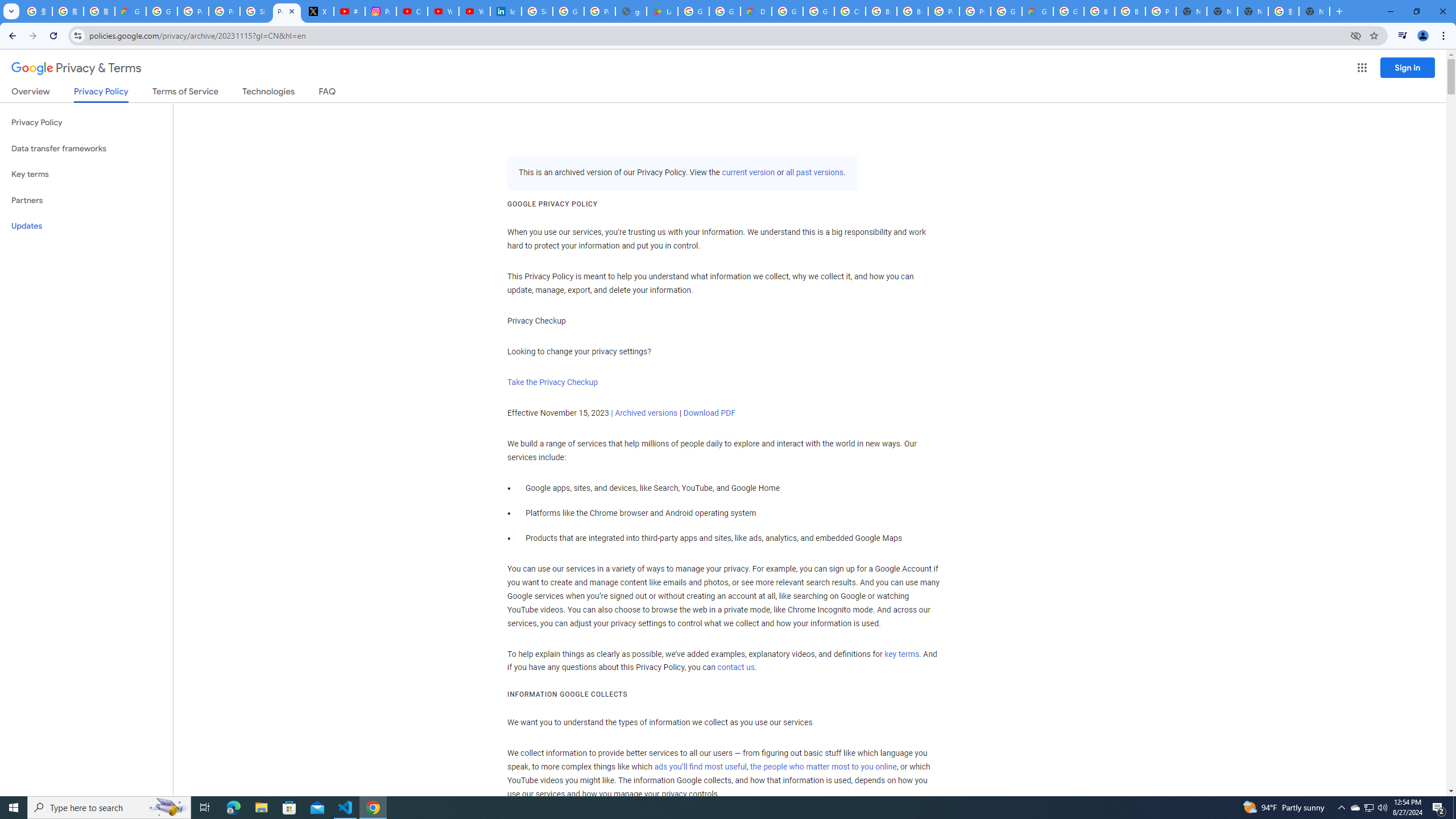 Image resolution: width=1456 pixels, height=819 pixels. What do you see at coordinates (724, 11) in the screenshot?
I see `'Google Workspace - Specific Terms'` at bounding box center [724, 11].